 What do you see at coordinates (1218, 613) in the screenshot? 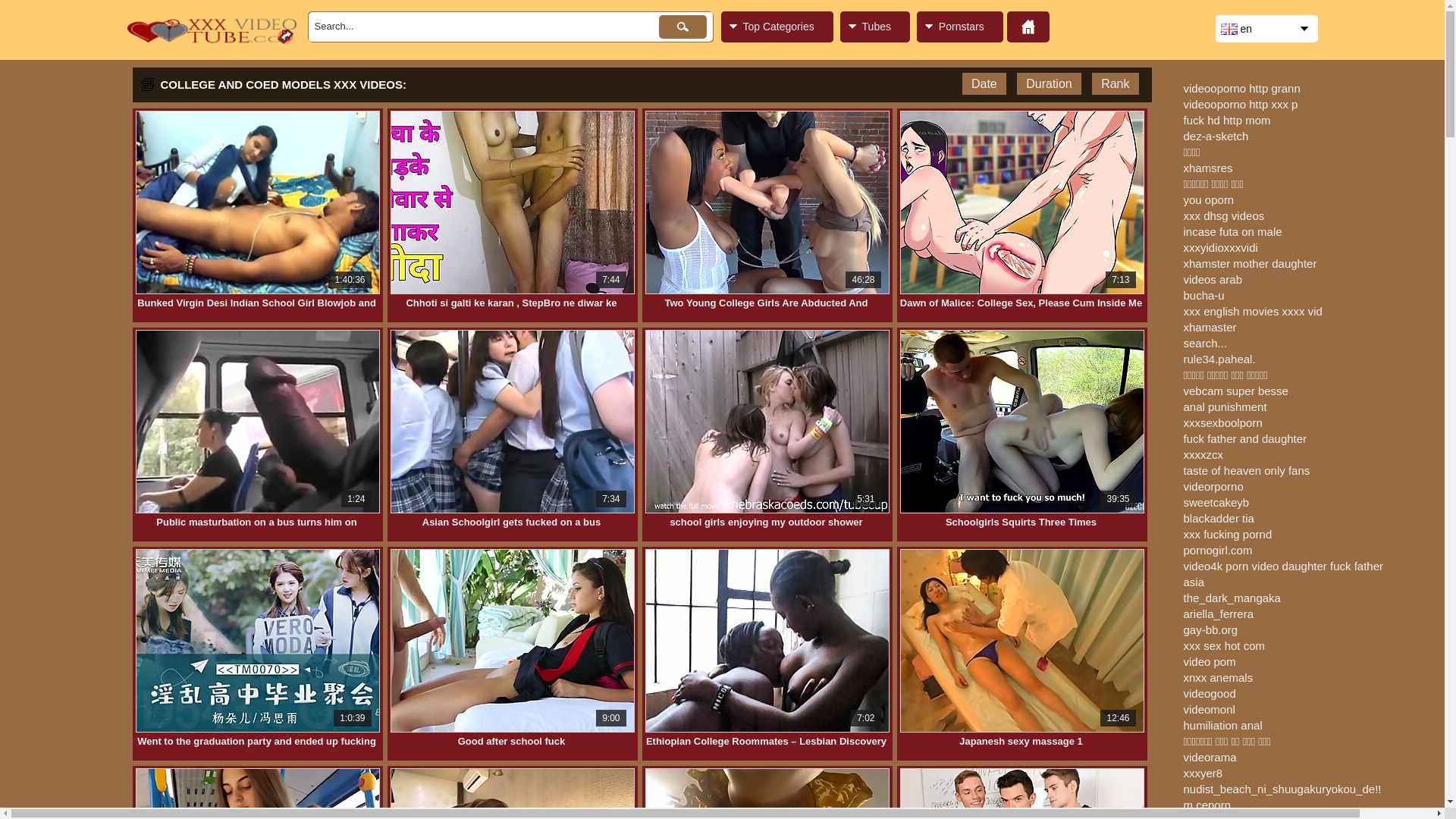
I see `'ariella_ferrera'` at bounding box center [1218, 613].